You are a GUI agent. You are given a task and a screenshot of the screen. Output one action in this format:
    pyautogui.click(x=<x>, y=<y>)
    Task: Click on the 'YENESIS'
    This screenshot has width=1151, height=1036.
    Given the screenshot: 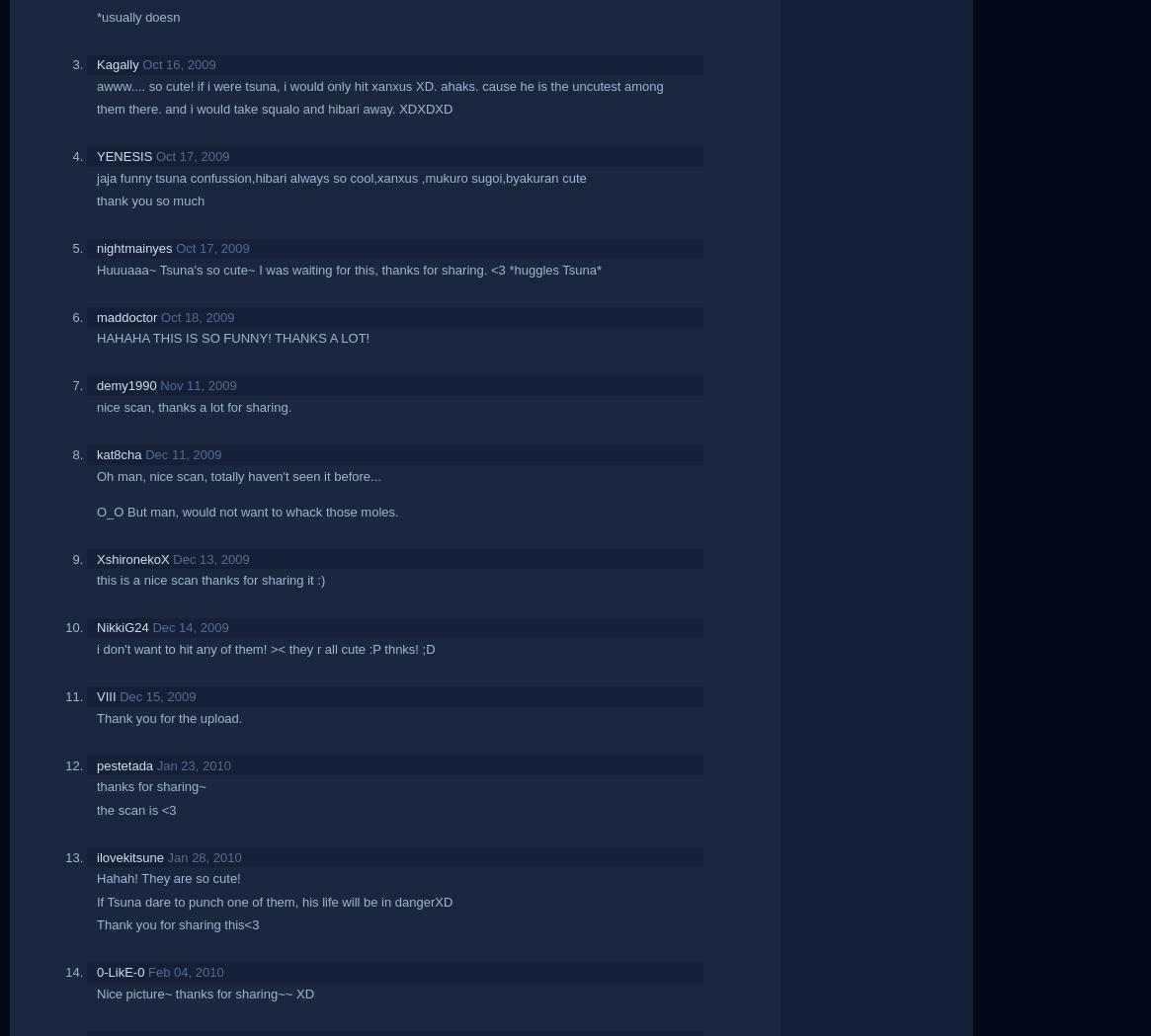 What is the action you would take?
    pyautogui.click(x=124, y=156)
    